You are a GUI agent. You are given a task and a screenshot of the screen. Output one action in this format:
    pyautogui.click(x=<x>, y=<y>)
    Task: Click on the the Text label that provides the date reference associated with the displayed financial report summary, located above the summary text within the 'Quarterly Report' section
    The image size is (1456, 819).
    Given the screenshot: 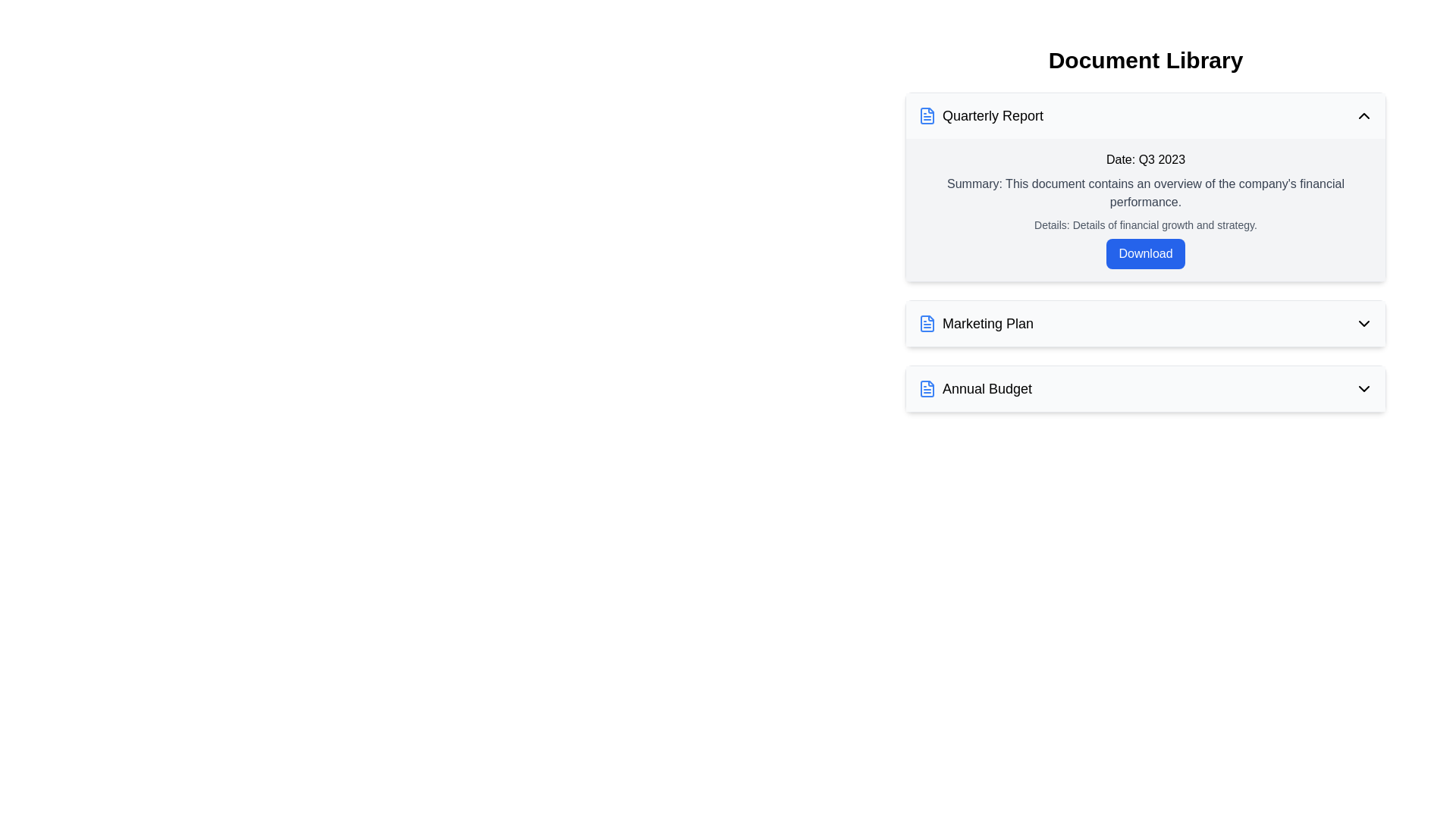 What is the action you would take?
    pyautogui.click(x=1146, y=160)
    